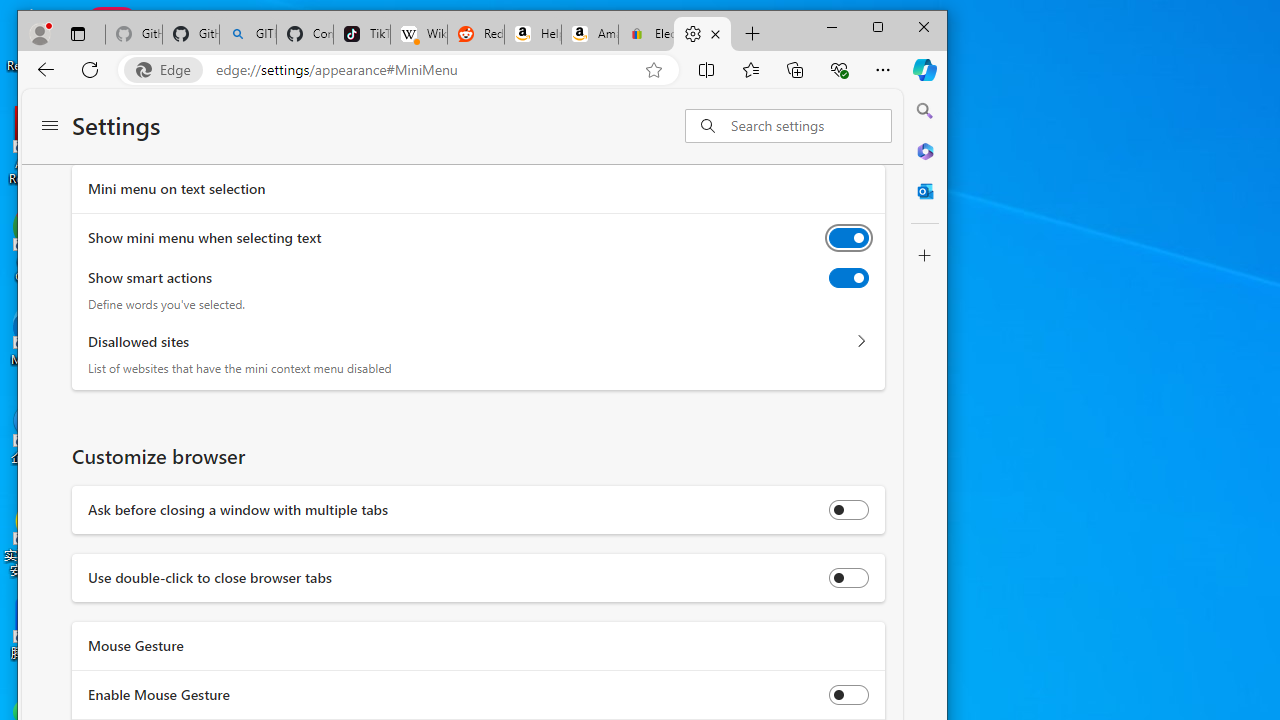  Describe the element at coordinates (417, 34) in the screenshot. I see `'Wikipedia, the free encyclopedia'` at that location.